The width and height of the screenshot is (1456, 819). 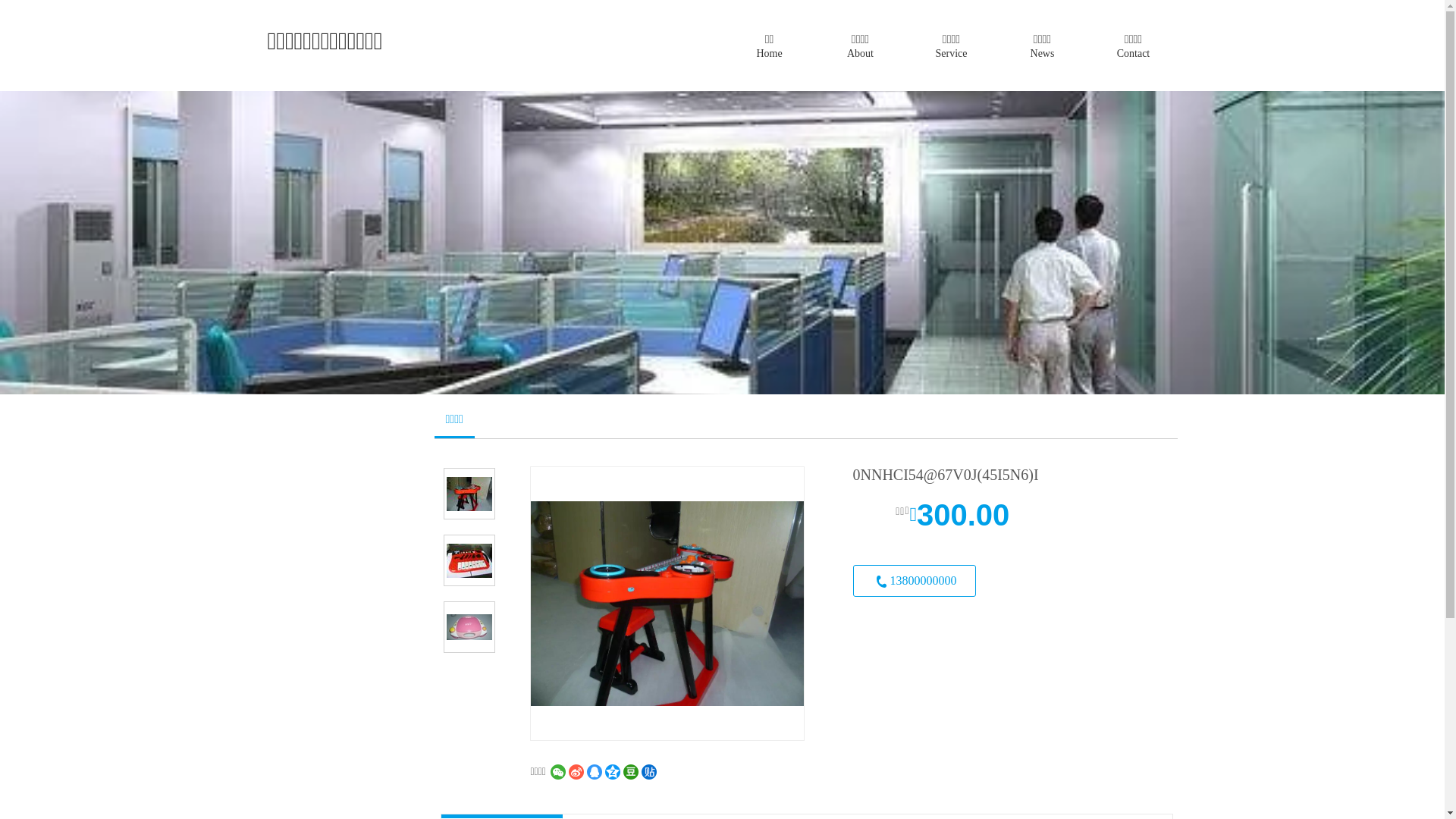 What do you see at coordinates (912, 580) in the screenshot?
I see `'13800000000'` at bounding box center [912, 580].